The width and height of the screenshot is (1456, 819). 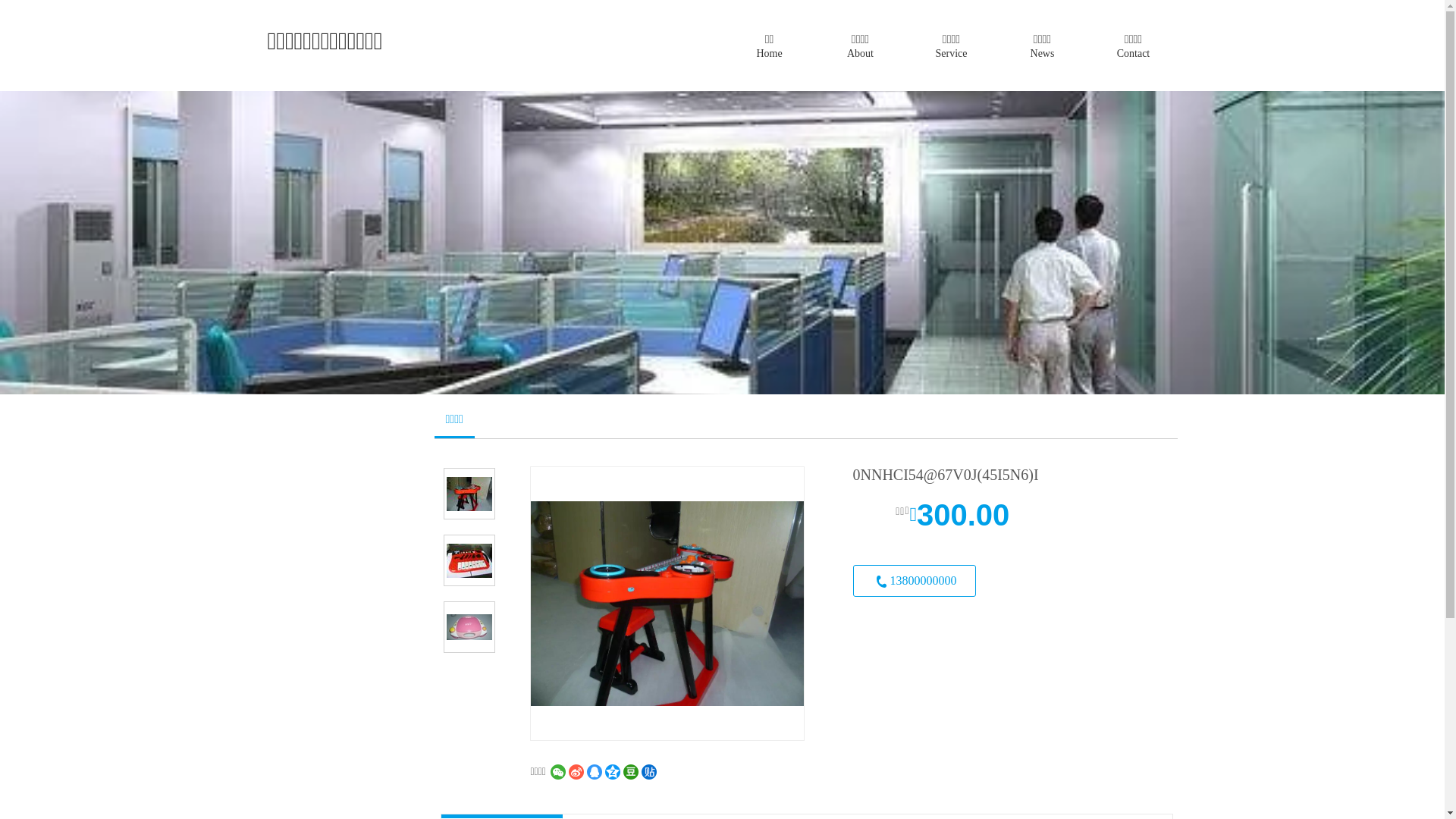 What do you see at coordinates (912, 580) in the screenshot?
I see `'13800000000'` at bounding box center [912, 580].